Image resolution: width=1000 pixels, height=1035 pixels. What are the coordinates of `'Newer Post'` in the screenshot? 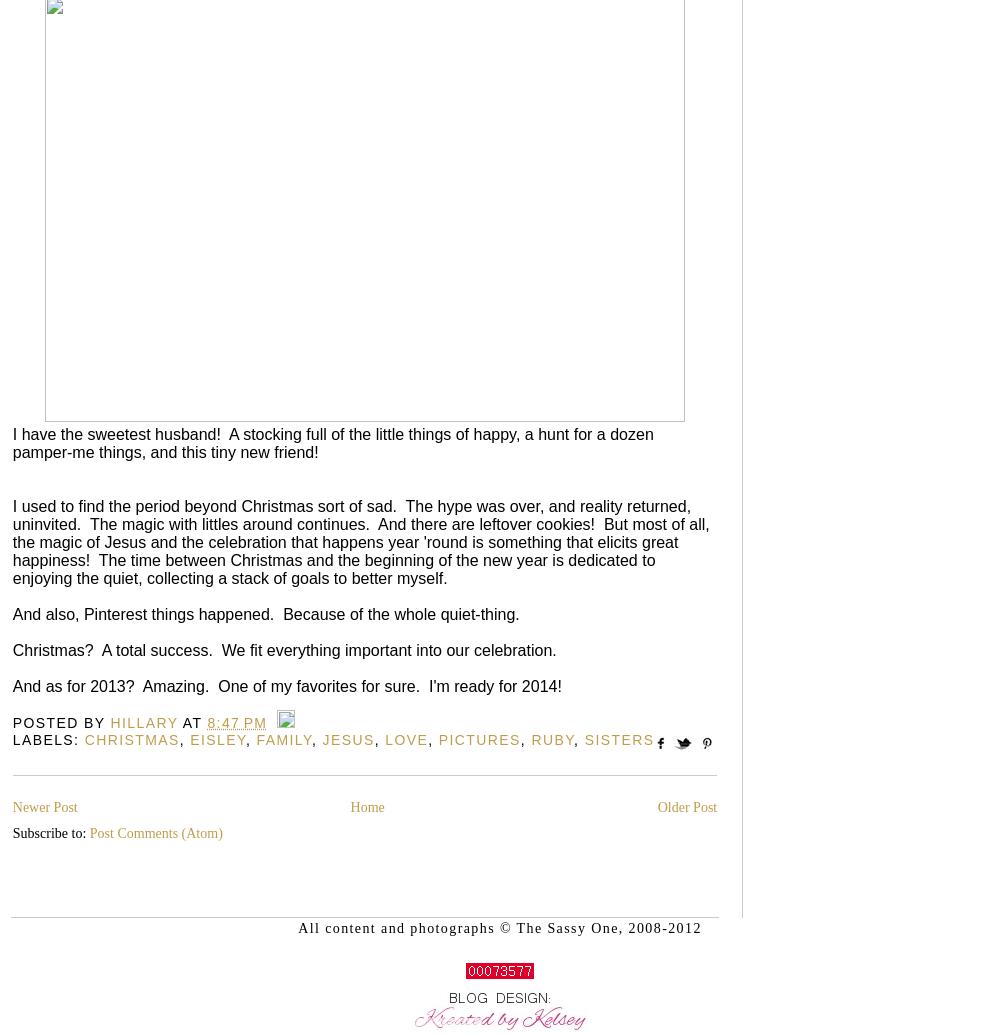 It's located at (44, 806).